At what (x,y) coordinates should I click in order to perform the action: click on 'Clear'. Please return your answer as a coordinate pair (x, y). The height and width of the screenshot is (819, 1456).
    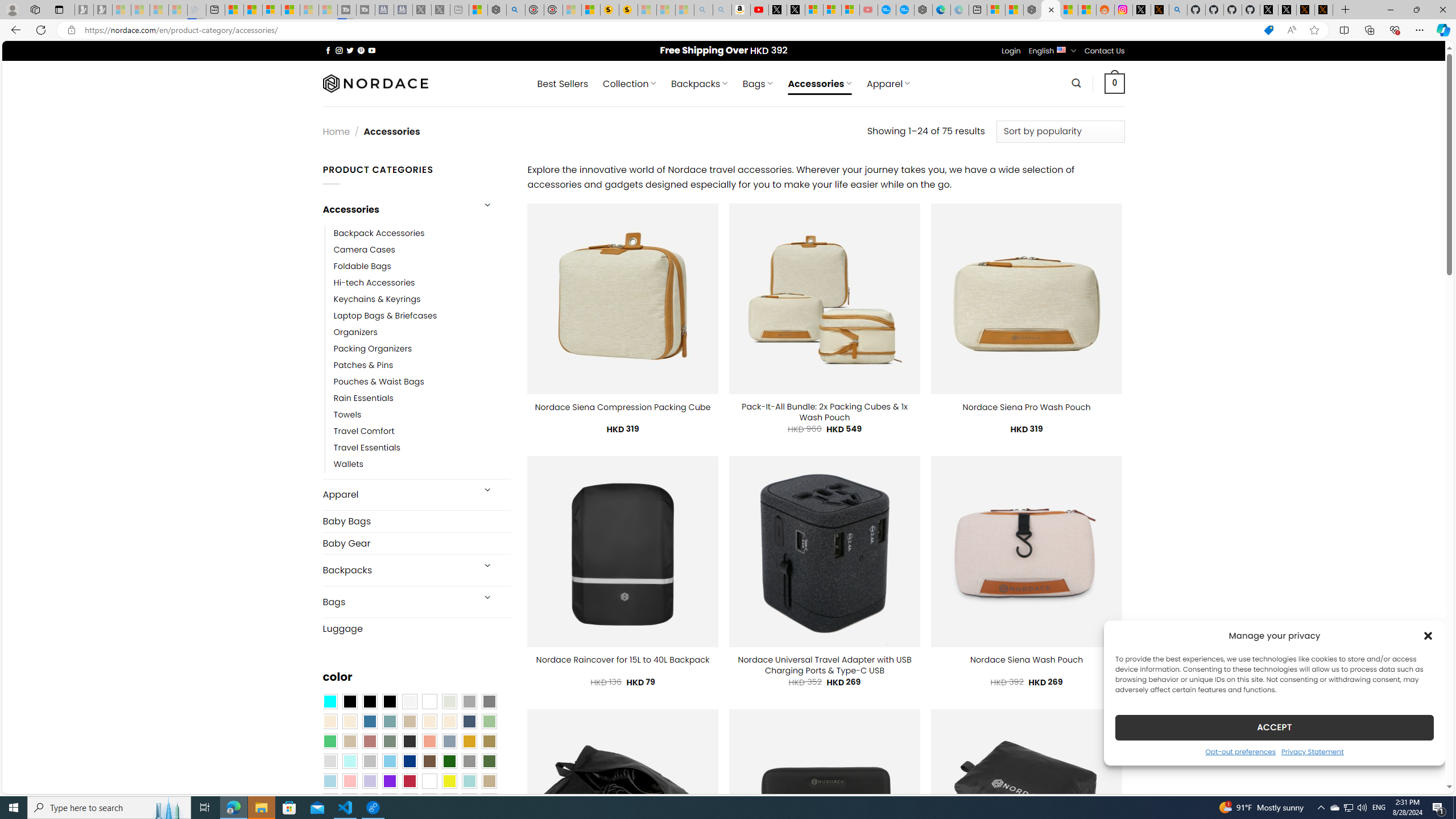
    Looking at the image, I should click on (429, 701).